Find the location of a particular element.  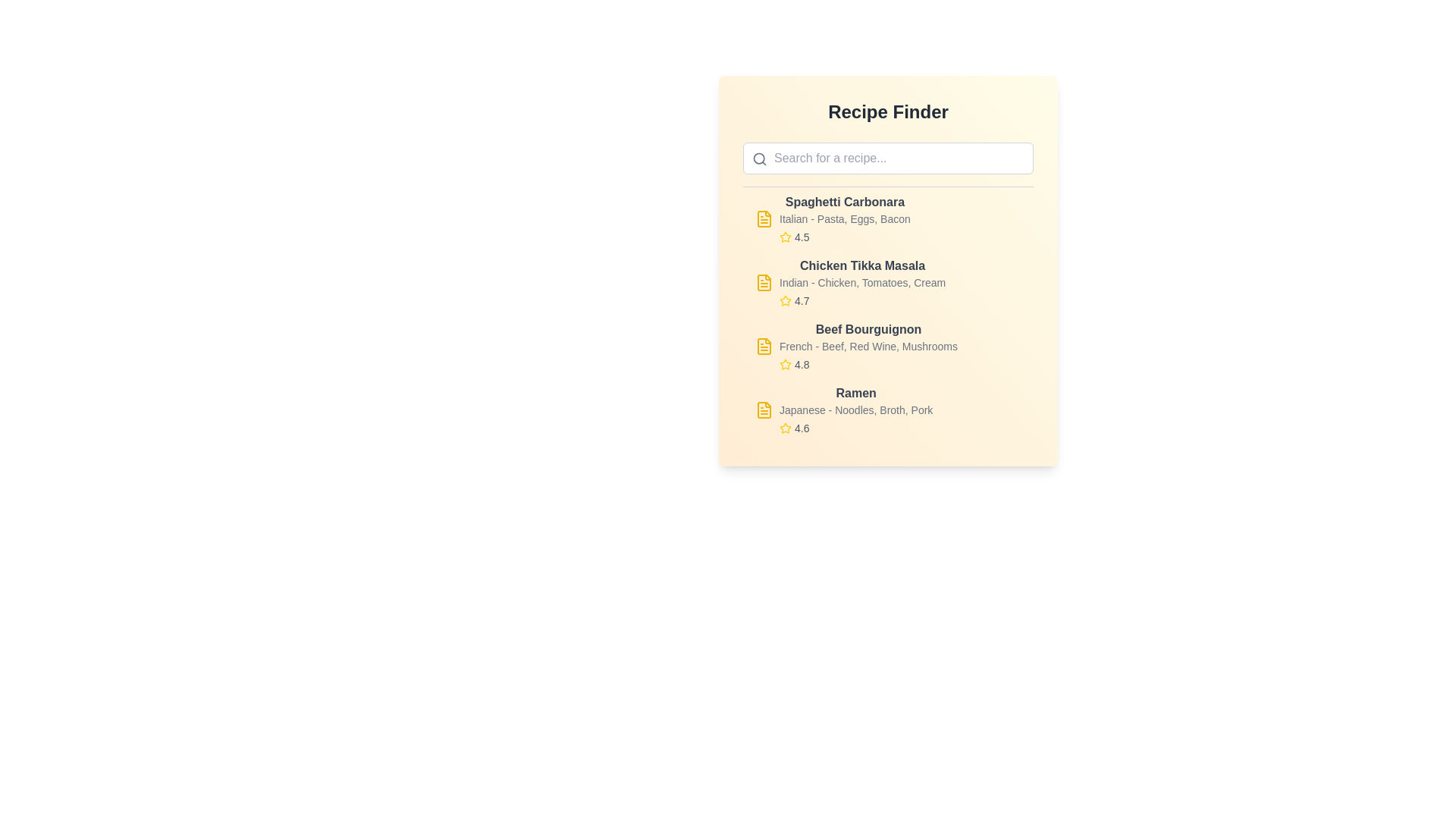

the non-interactive yellow document-like icon located next to the 'Chicken Tikka Masala' recipe in the list is located at coordinates (764, 283).